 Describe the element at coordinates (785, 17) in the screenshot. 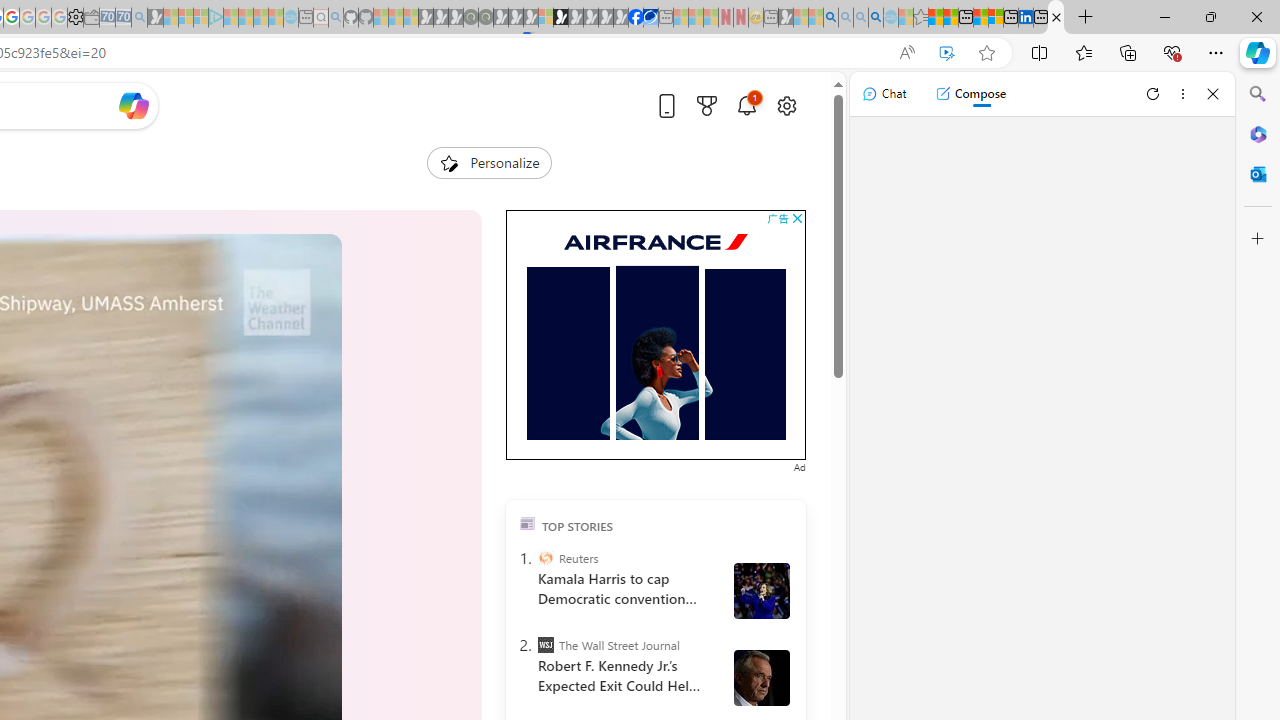

I see `'MSN - Sleeping'` at that location.